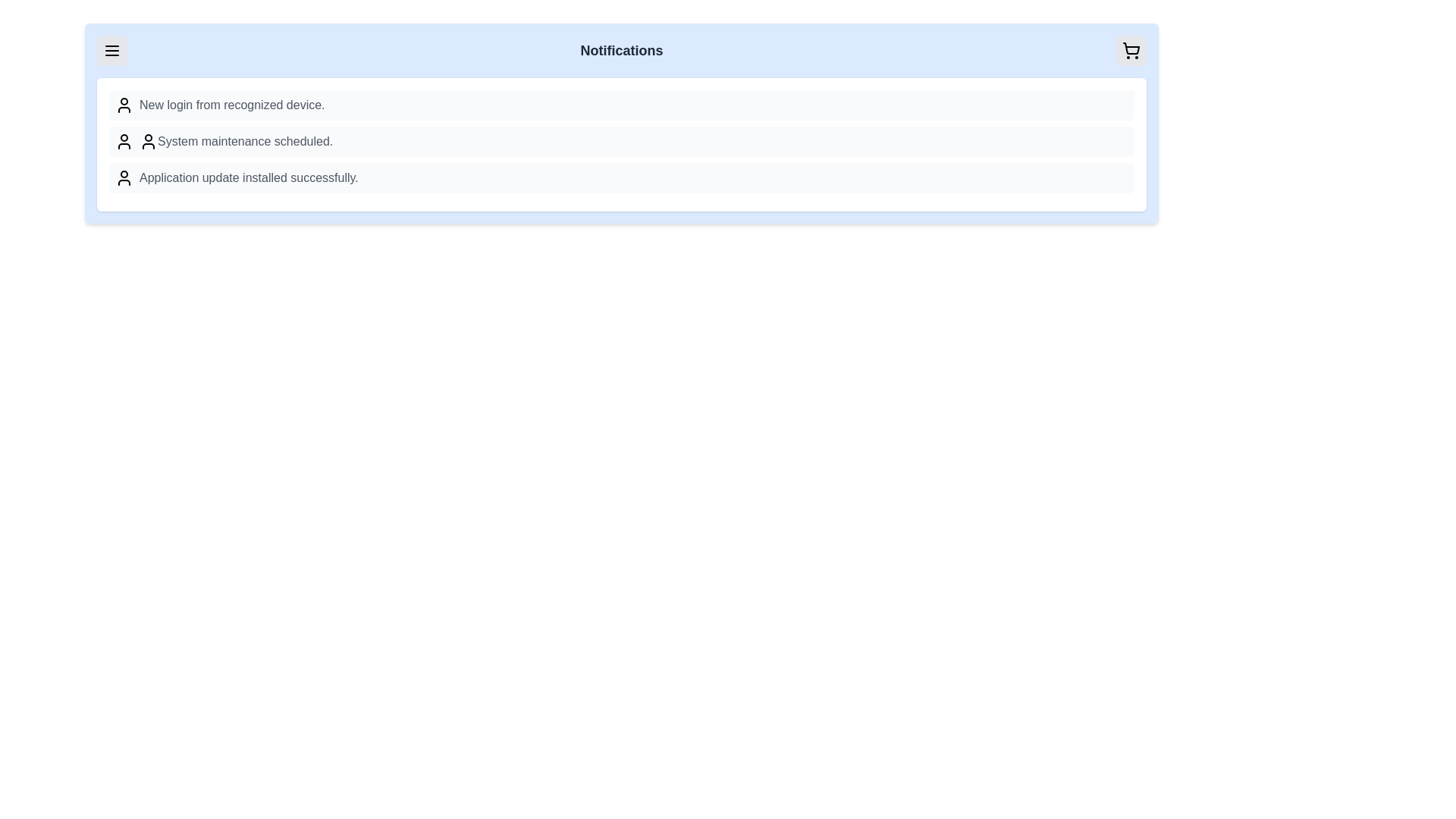 The width and height of the screenshot is (1456, 819). I want to click on the shopping cart icon located in the top-right corner of the interface, so click(1131, 49).